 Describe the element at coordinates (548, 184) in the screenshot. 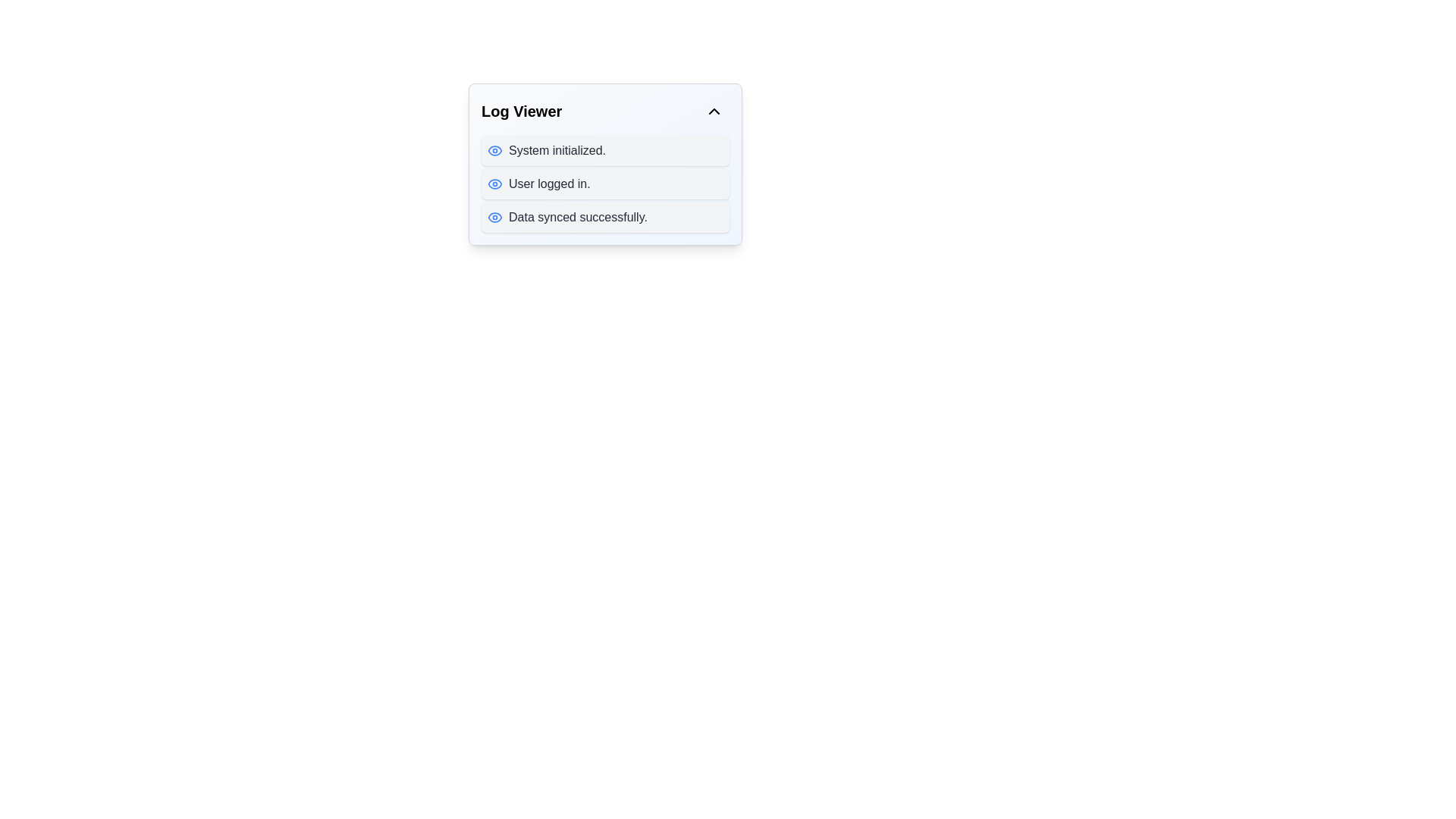

I see `the static text display that shows 'User logged in.' in gray font, located within the 'Log Viewer' panel, to the right of a blue eye icon` at that location.